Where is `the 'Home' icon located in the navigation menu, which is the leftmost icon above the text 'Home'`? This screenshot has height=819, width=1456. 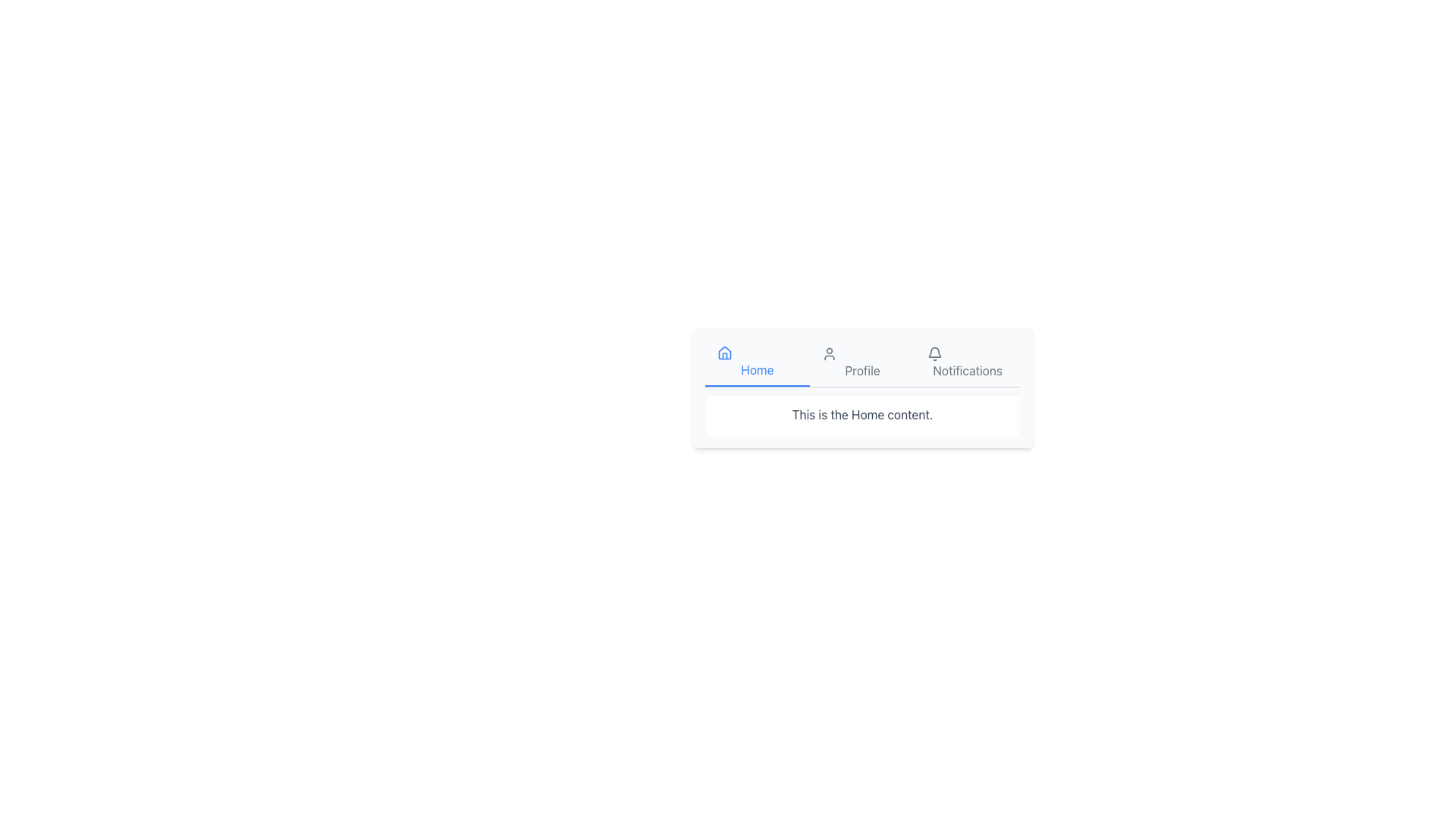
the 'Home' icon located in the navigation menu, which is the leftmost icon above the text 'Home' is located at coordinates (757, 353).